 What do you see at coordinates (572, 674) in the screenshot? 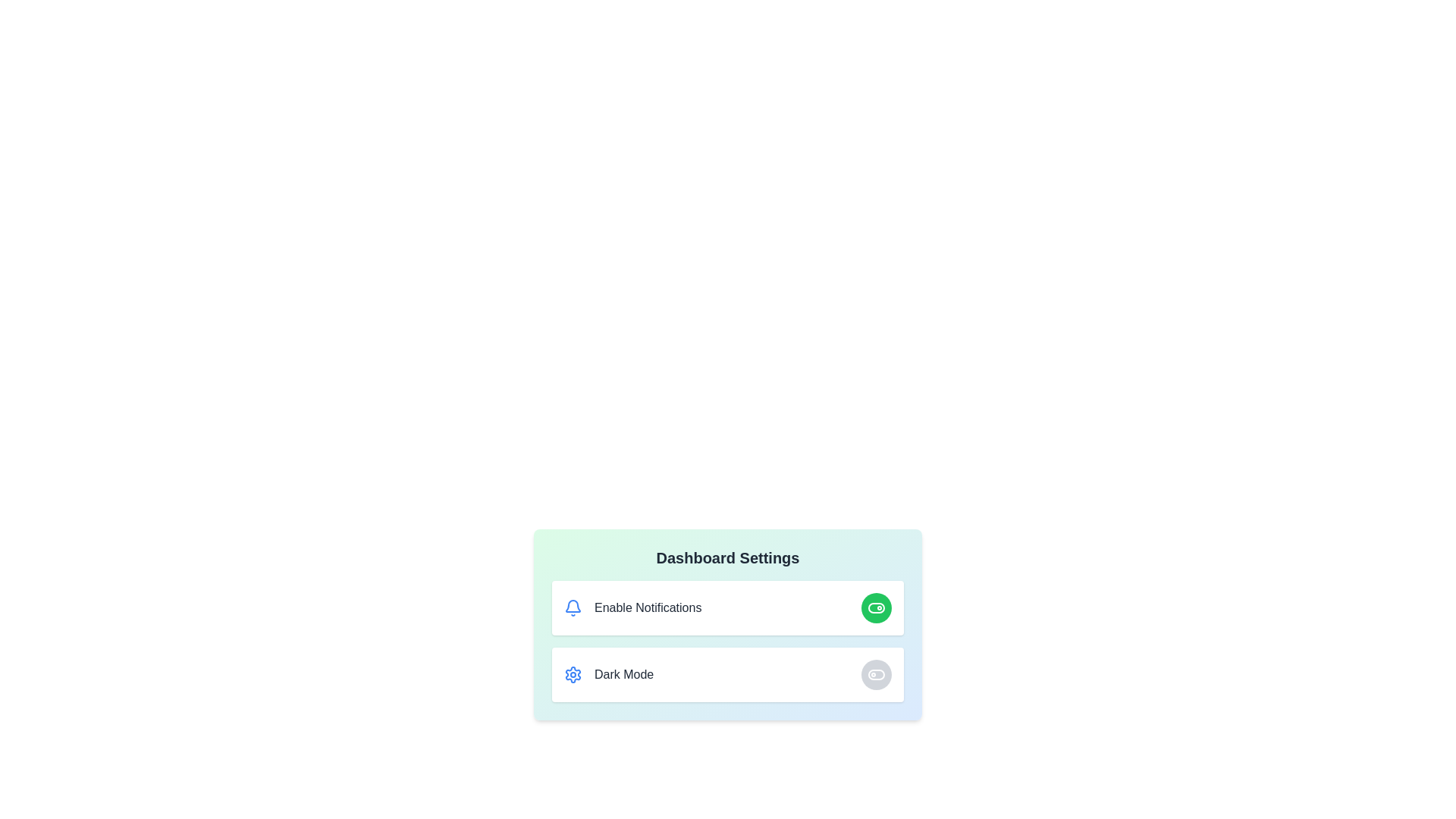
I see `the 'Dark Mode' settings icon located to the left of the 'Dark Mode' text` at bounding box center [572, 674].